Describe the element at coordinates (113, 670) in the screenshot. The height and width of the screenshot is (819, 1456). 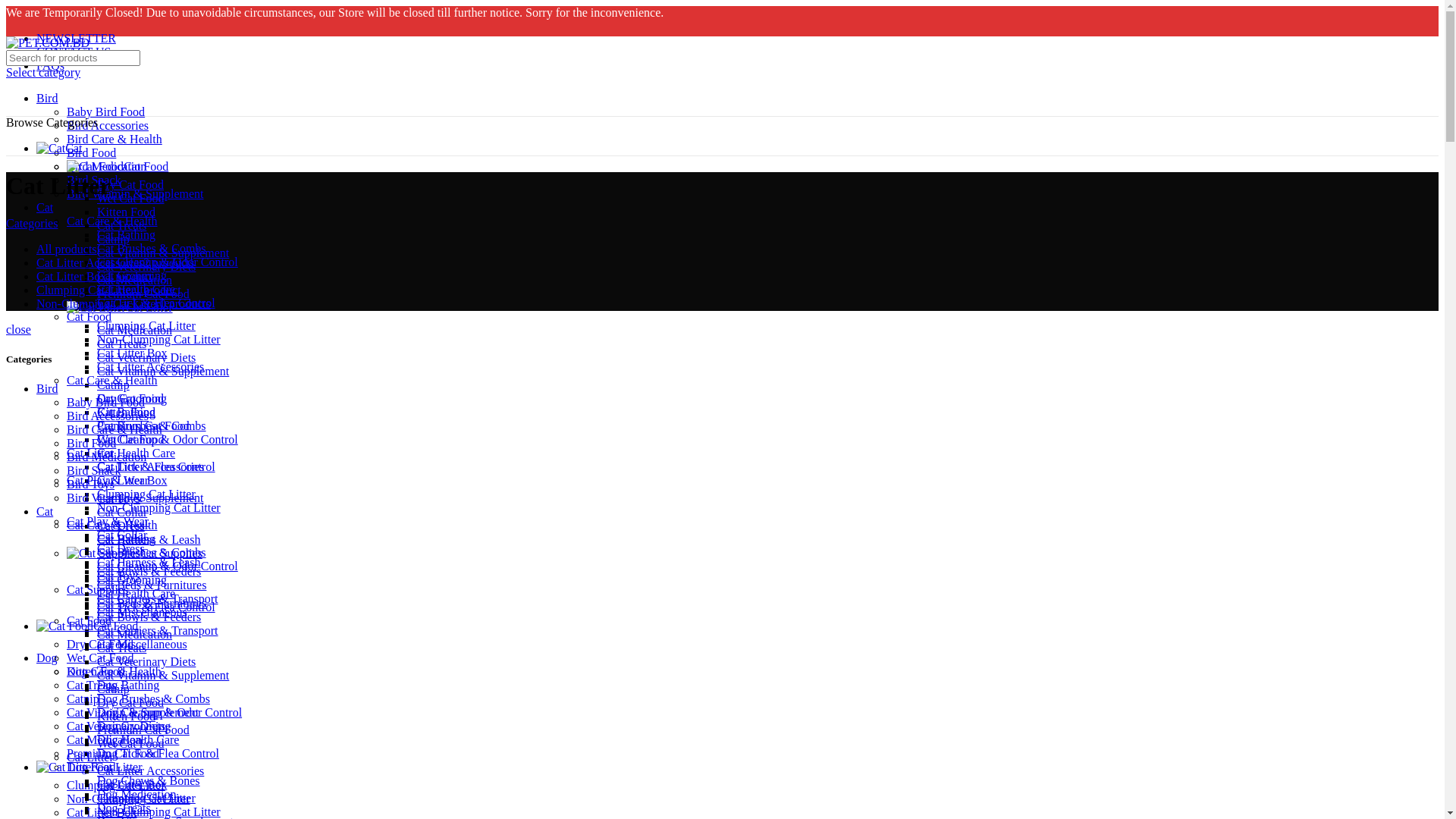
I see `'Dog Care & Health'` at that location.